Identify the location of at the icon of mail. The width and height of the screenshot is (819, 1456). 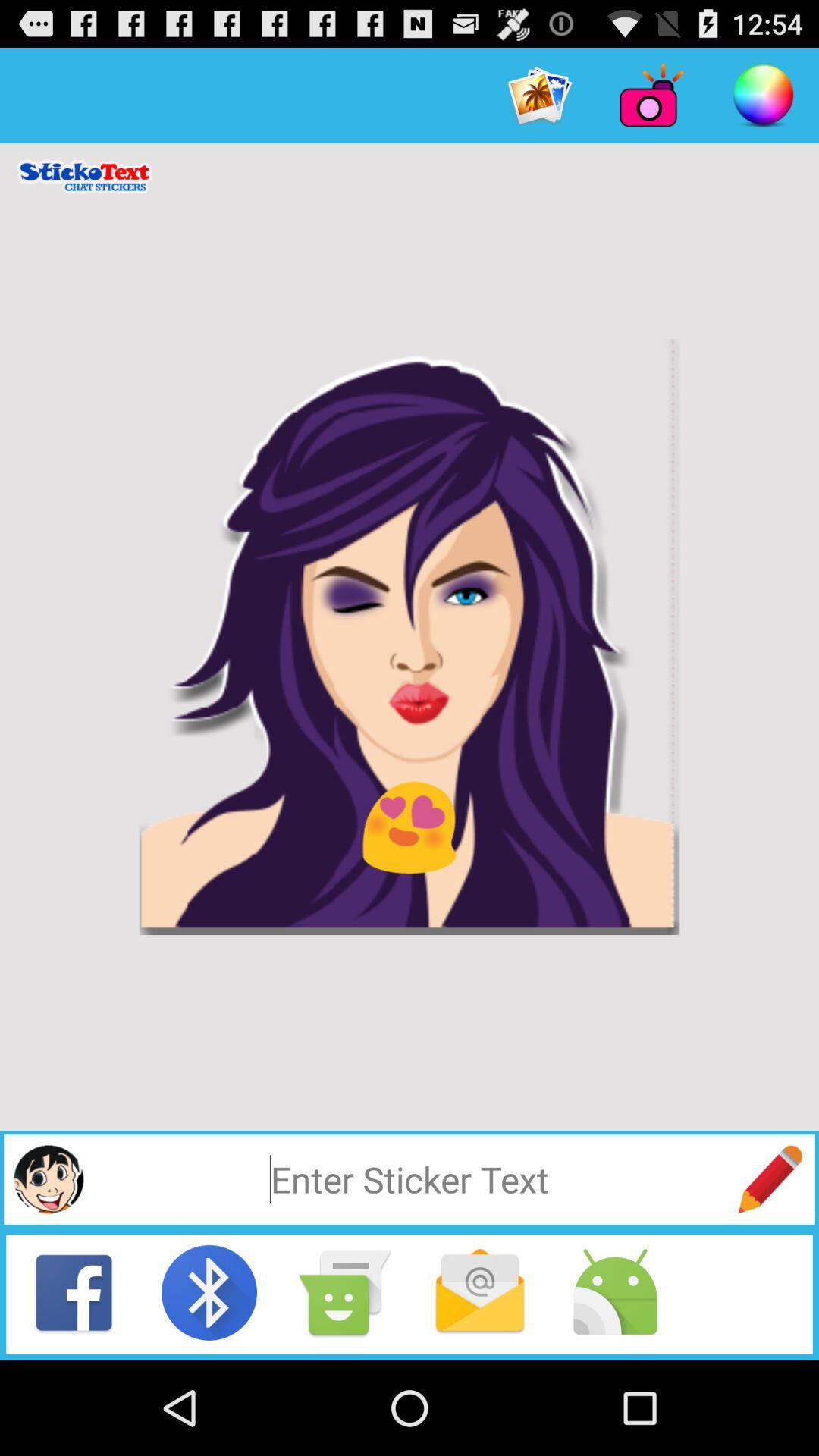
(479, 1291).